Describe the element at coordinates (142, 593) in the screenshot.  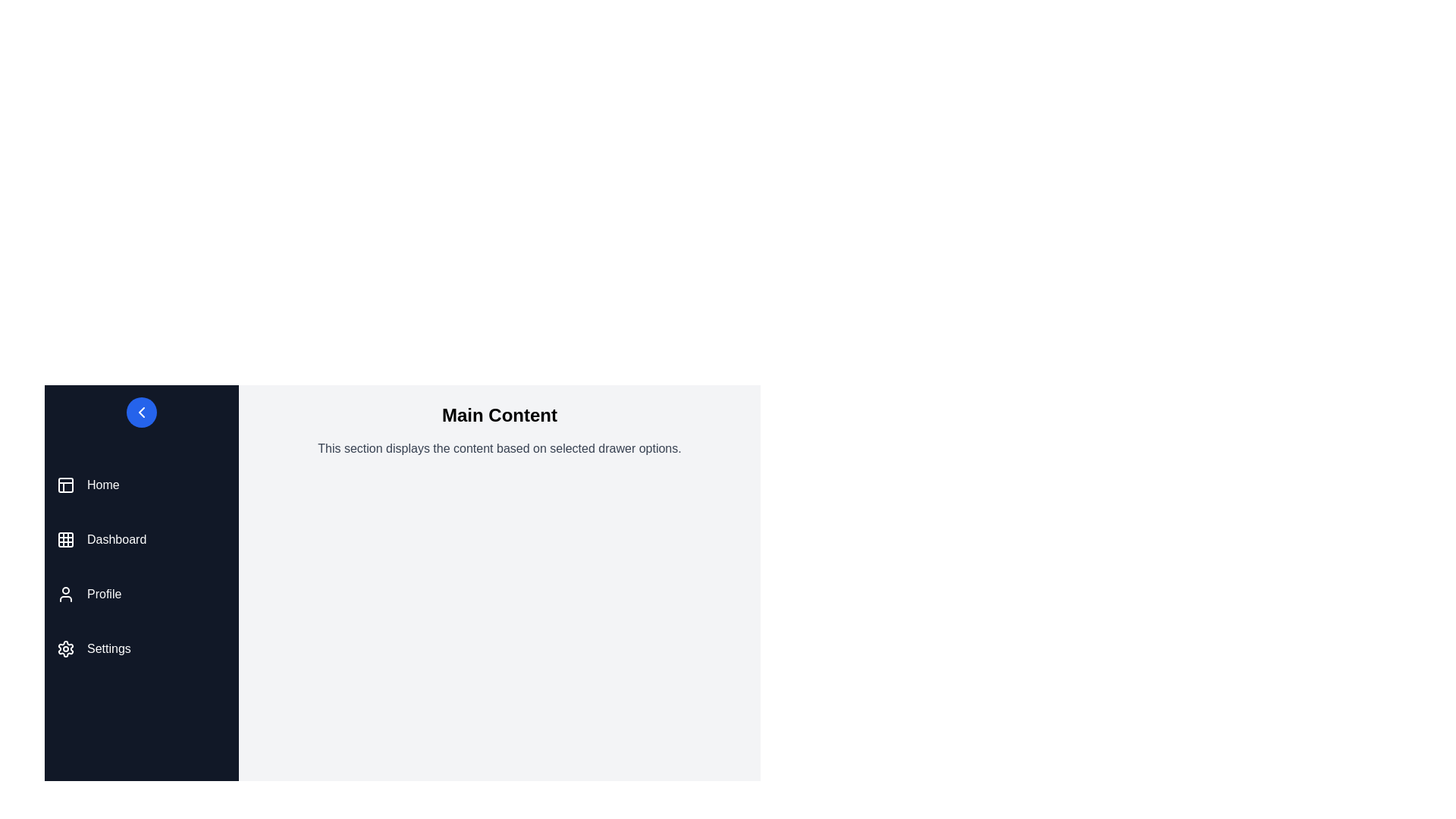
I see `the menu item Profile` at that location.